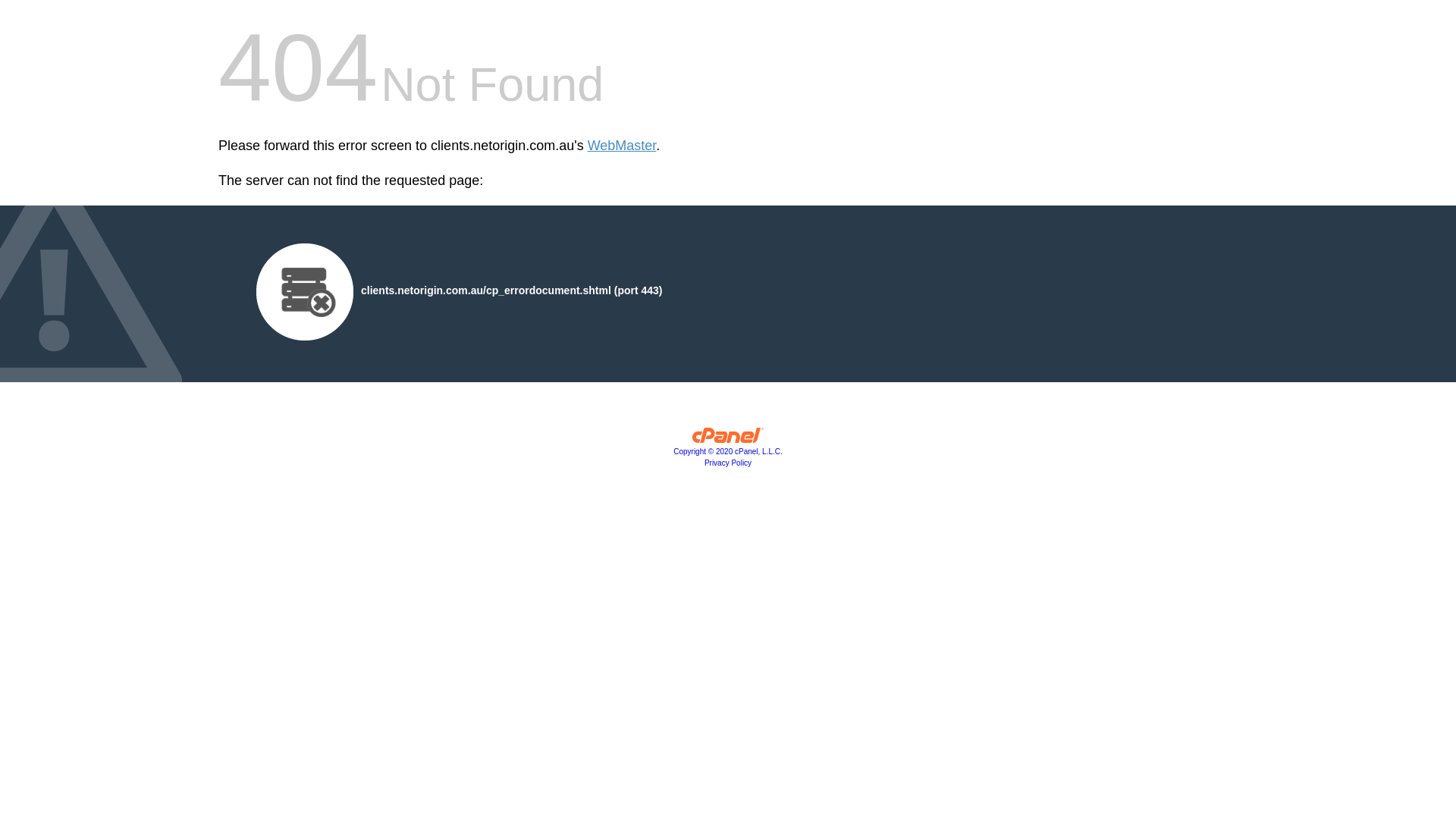 The width and height of the screenshot is (1456, 819). I want to click on 'WebMaster', so click(586, 146).